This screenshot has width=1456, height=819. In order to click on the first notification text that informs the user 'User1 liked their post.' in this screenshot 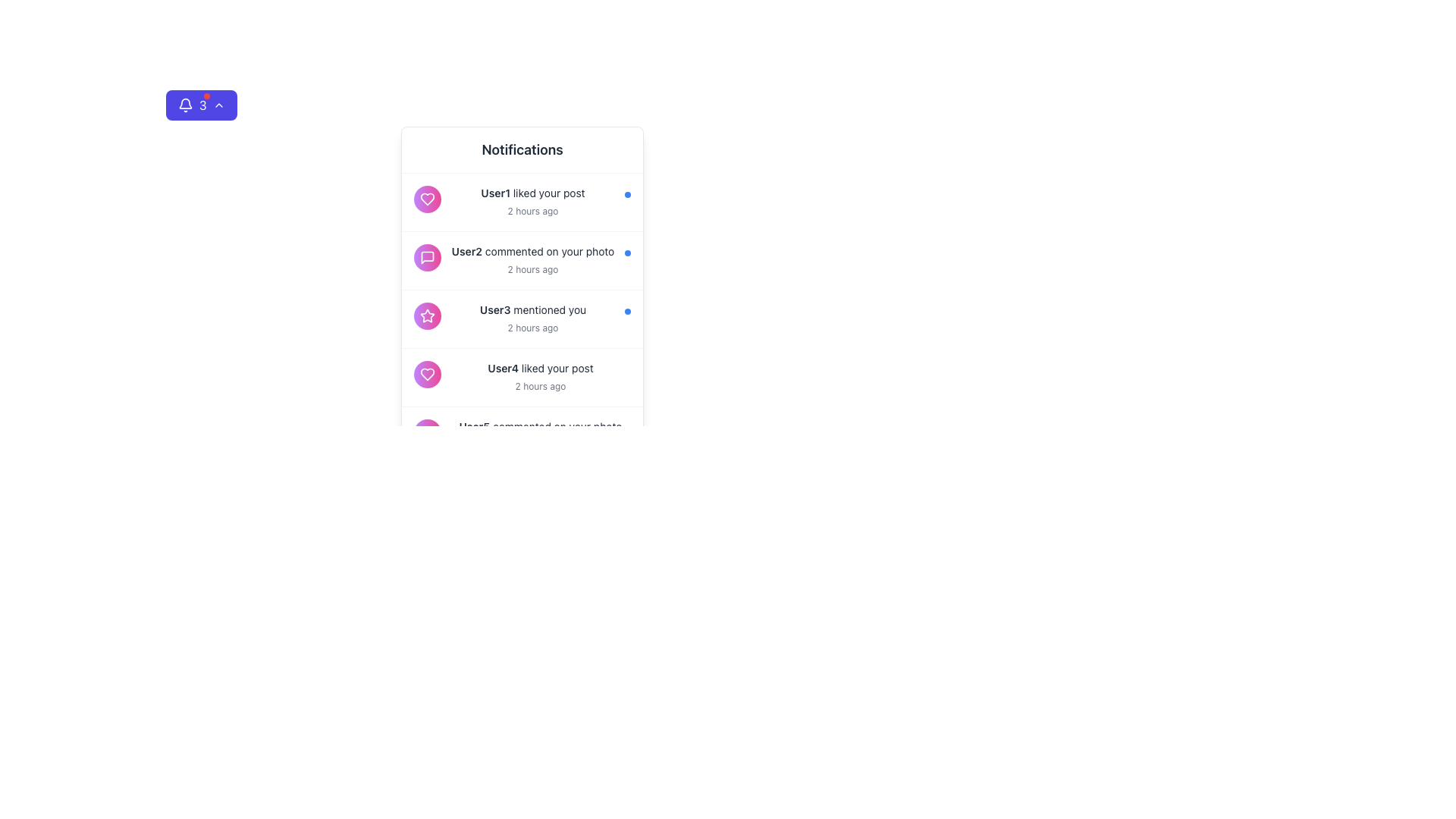, I will do `click(532, 201)`.